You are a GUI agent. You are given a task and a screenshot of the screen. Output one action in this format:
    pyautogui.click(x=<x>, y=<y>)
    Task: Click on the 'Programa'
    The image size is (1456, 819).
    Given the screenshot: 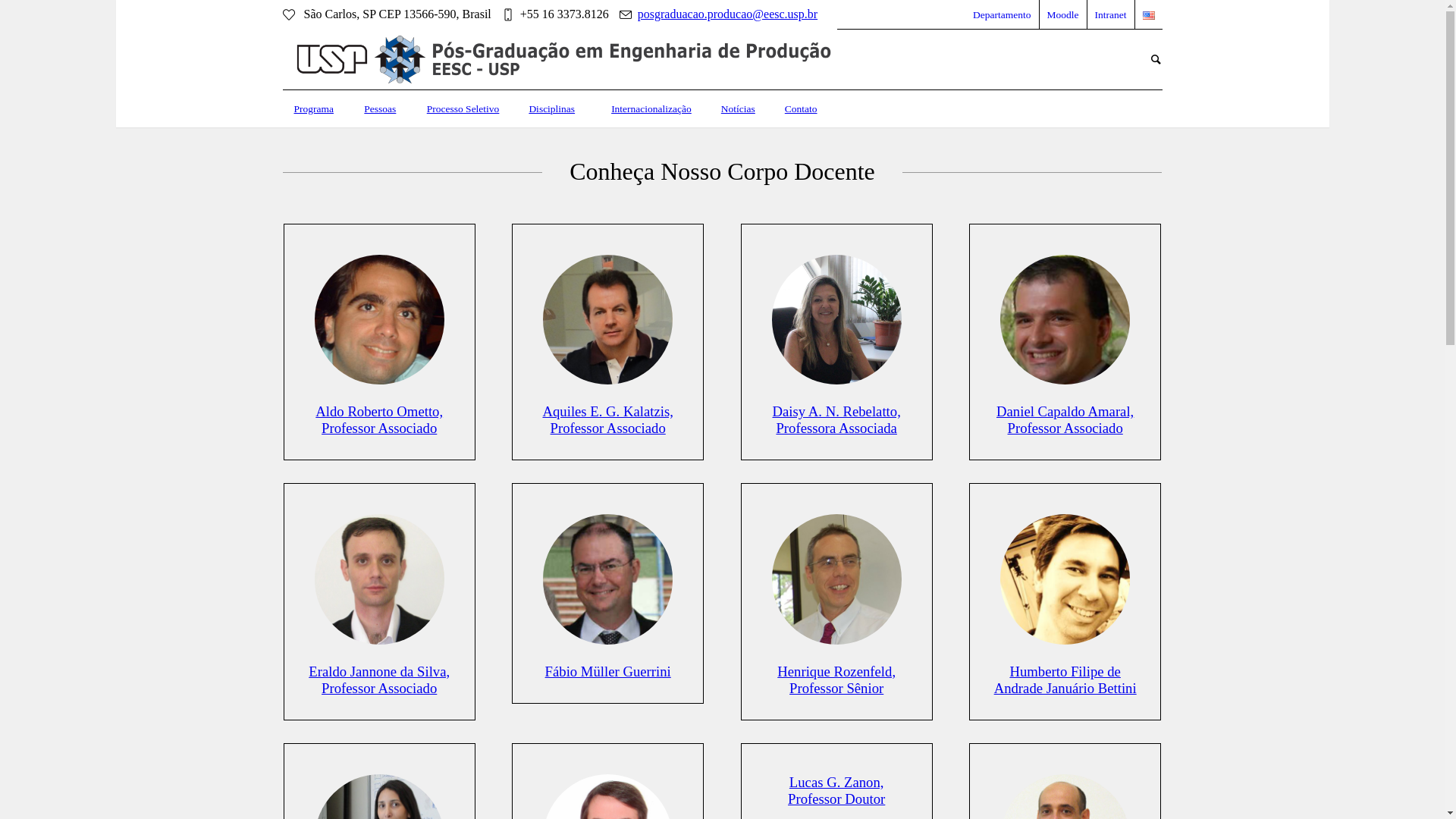 What is the action you would take?
    pyautogui.click(x=282, y=108)
    